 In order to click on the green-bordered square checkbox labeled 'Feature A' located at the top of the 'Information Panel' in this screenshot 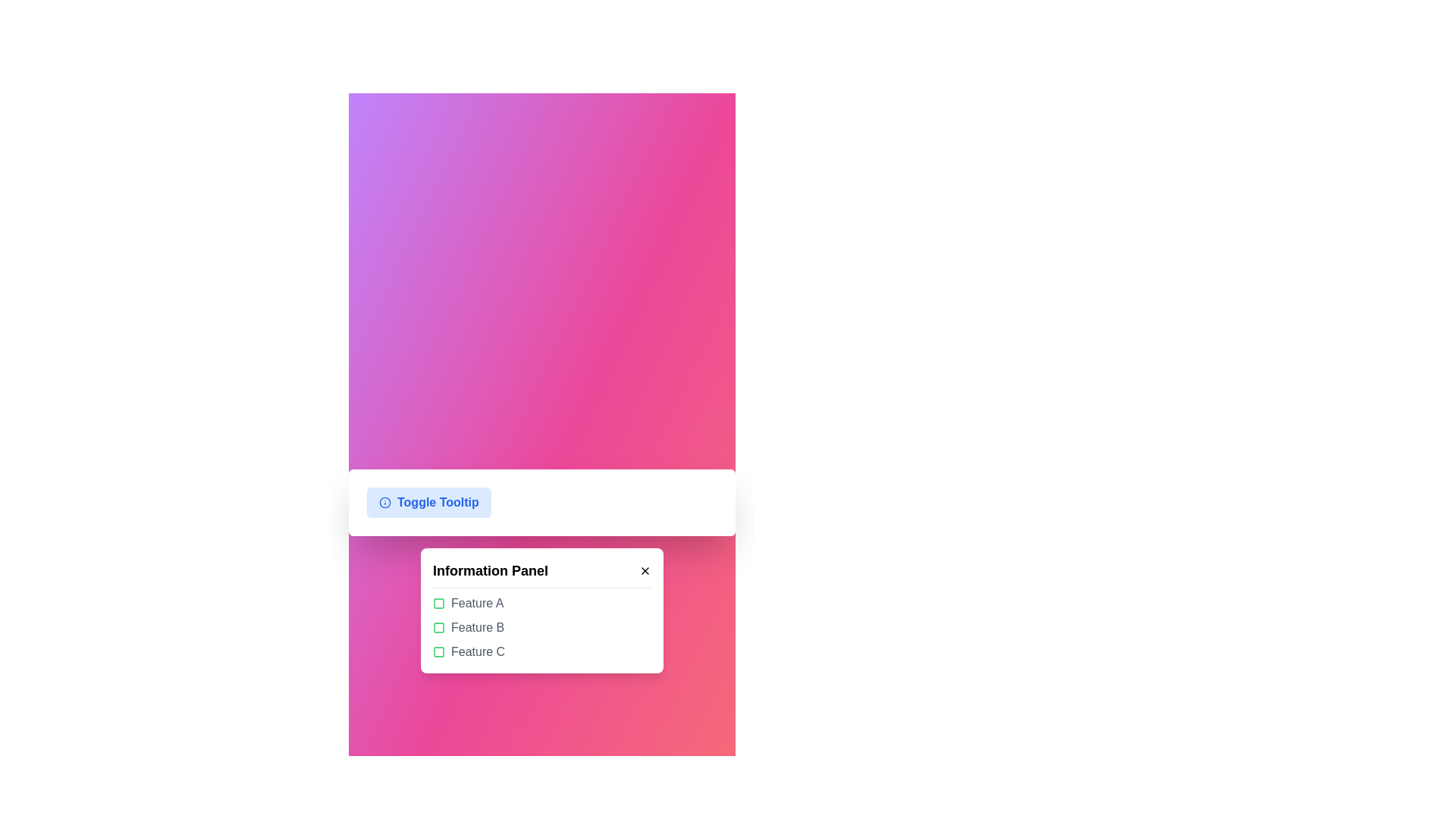, I will do `click(542, 602)`.